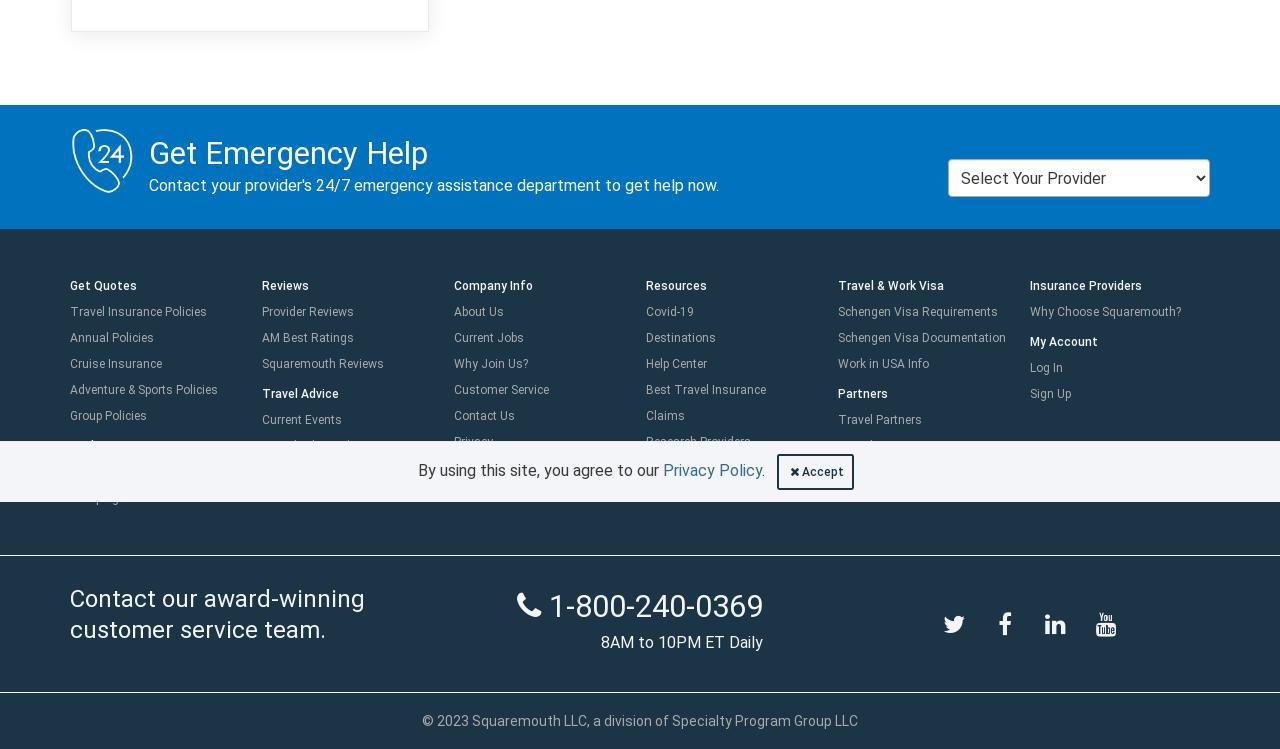 The height and width of the screenshot is (749, 1280). Describe the element at coordinates (917, 311) in the screenshot. I see `'Schengen Visa Requirements'` at that location.